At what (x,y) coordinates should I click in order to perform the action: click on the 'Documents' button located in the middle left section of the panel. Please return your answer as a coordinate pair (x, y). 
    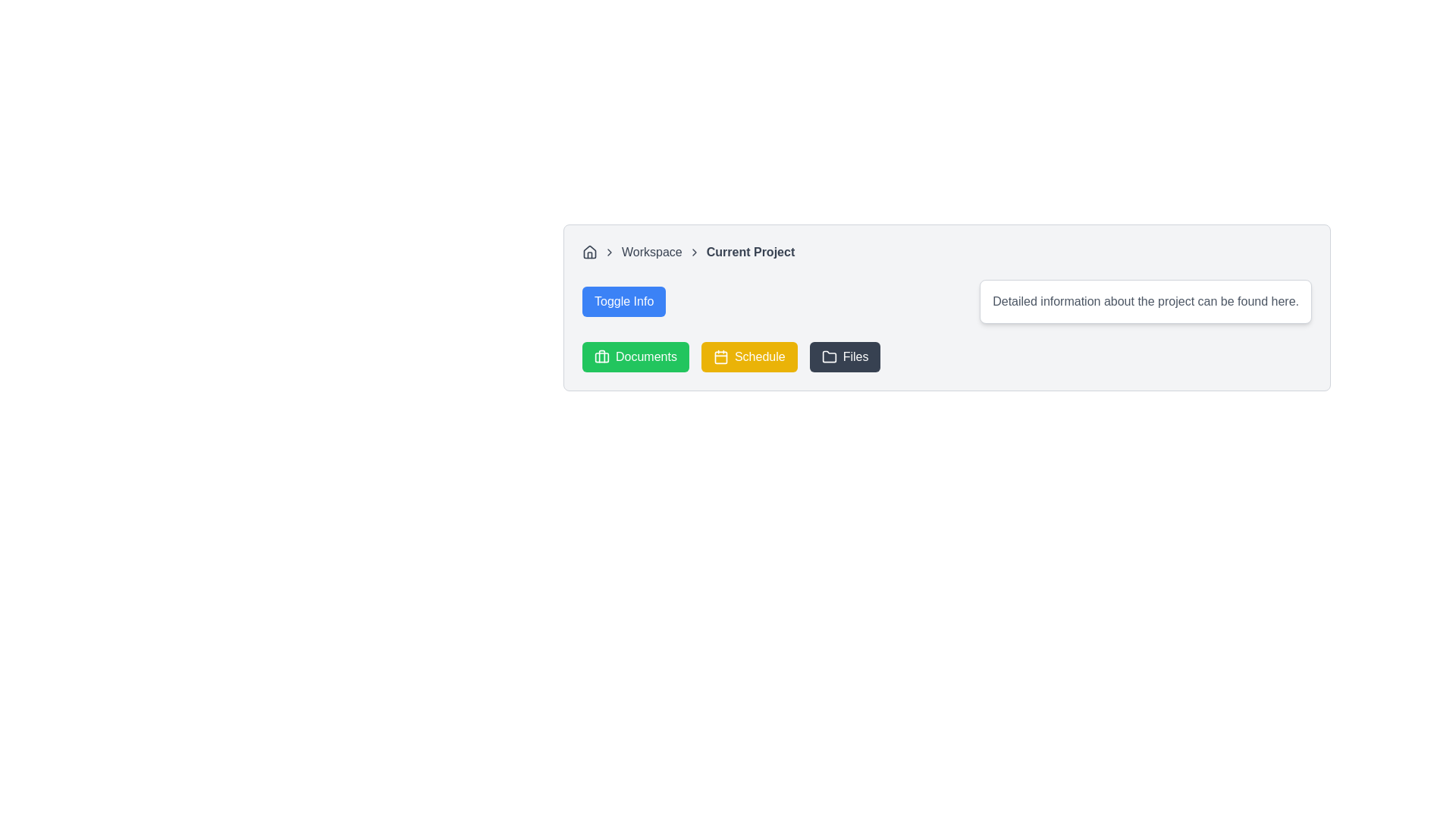
    Looking at the image, I should click on (601, 356).